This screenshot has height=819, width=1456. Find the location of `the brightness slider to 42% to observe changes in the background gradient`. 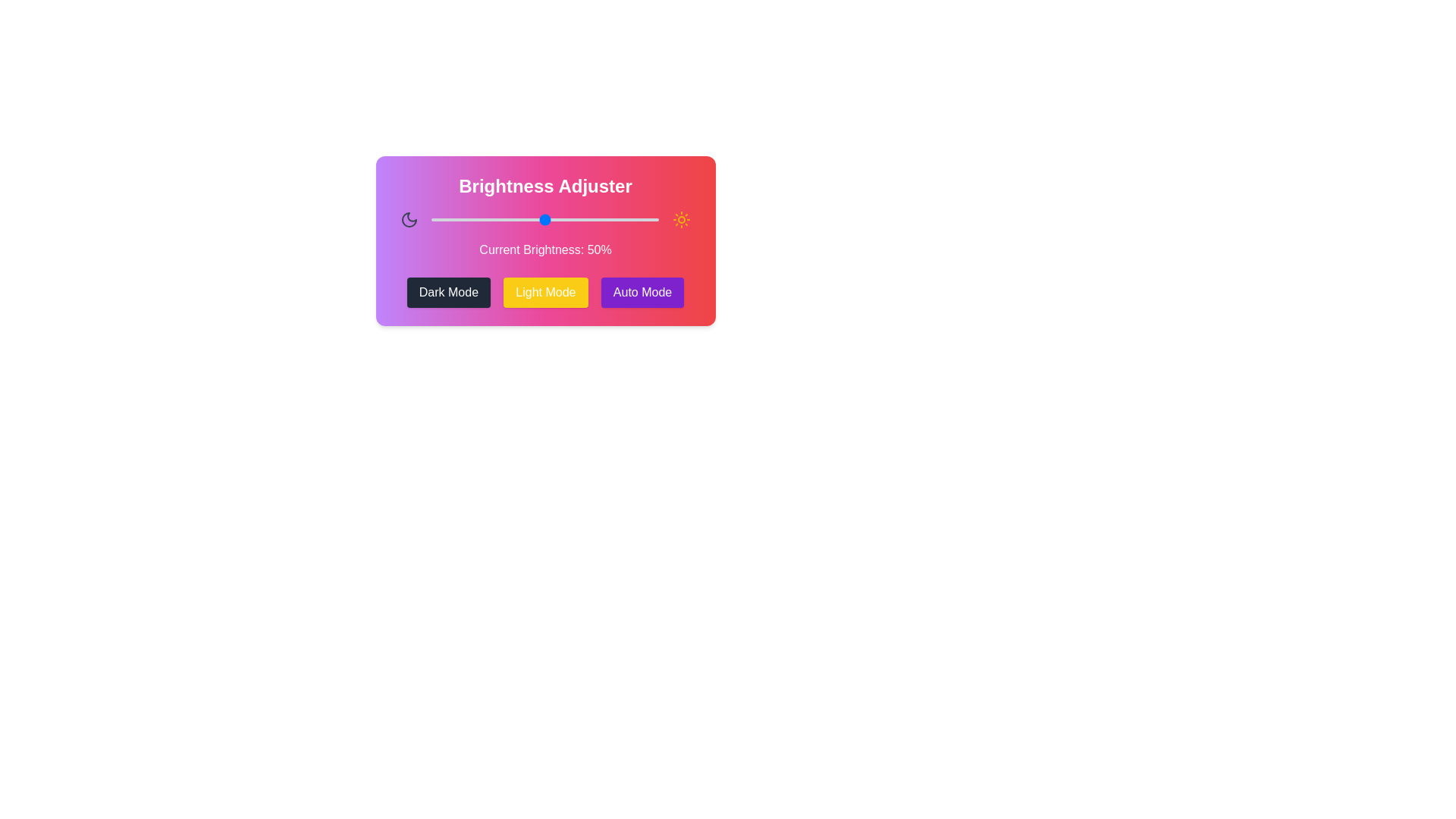

the brightness slider to 42% to observe changes in the background gradient is located at coordinates (527, 219).